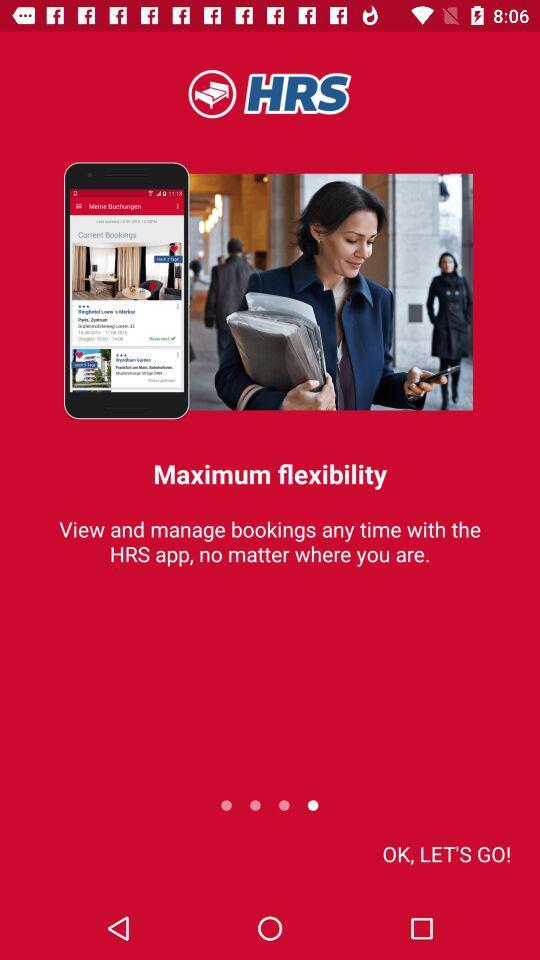 This screenshot has width=540, height=960. I want to click on the icon below view and manage item, so click(446, 852).